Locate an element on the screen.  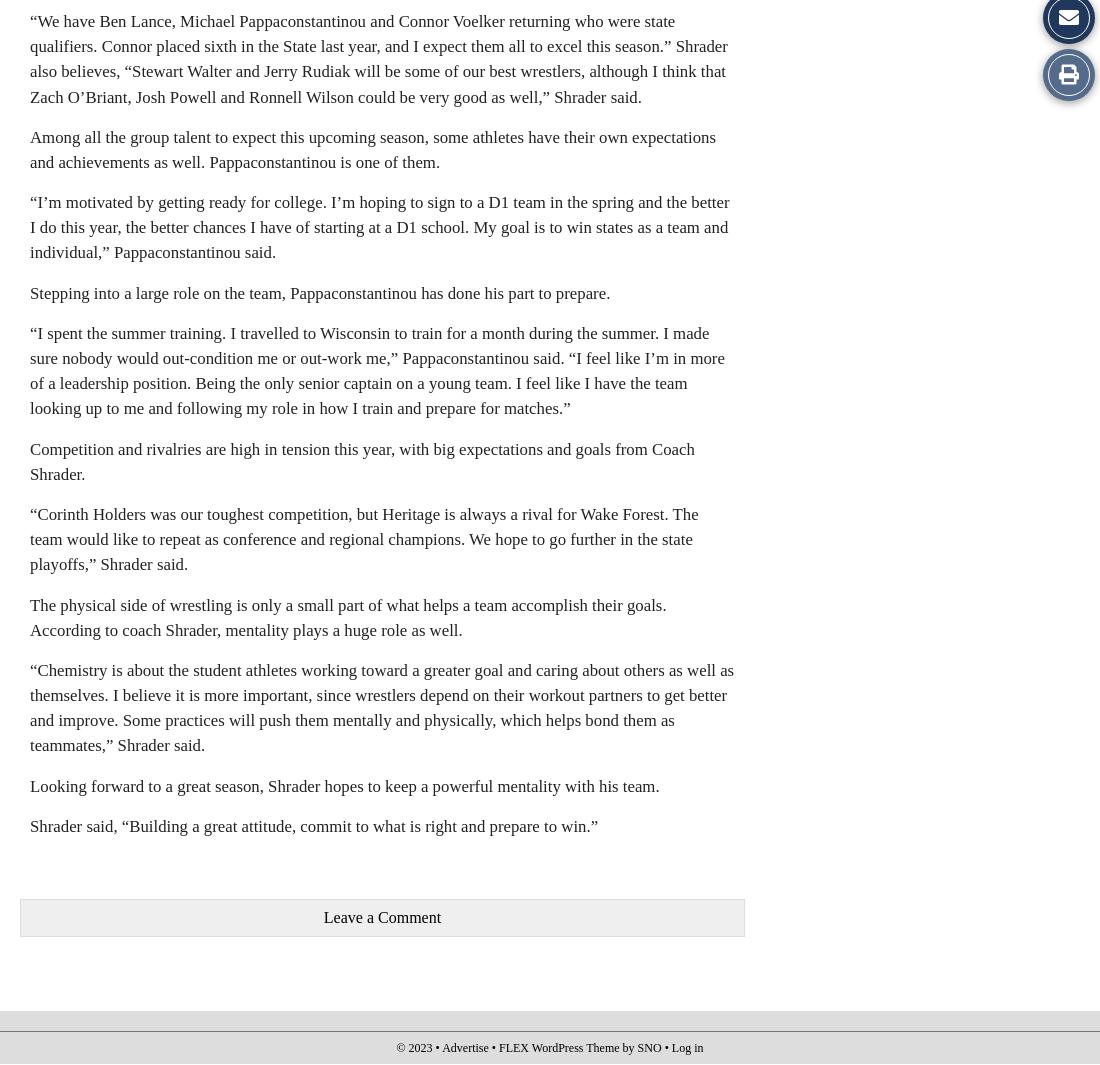
'Stepping into a large role on the team, Pappaconstantinou has done his part to prepare.' is located at coordinates (29, 291).